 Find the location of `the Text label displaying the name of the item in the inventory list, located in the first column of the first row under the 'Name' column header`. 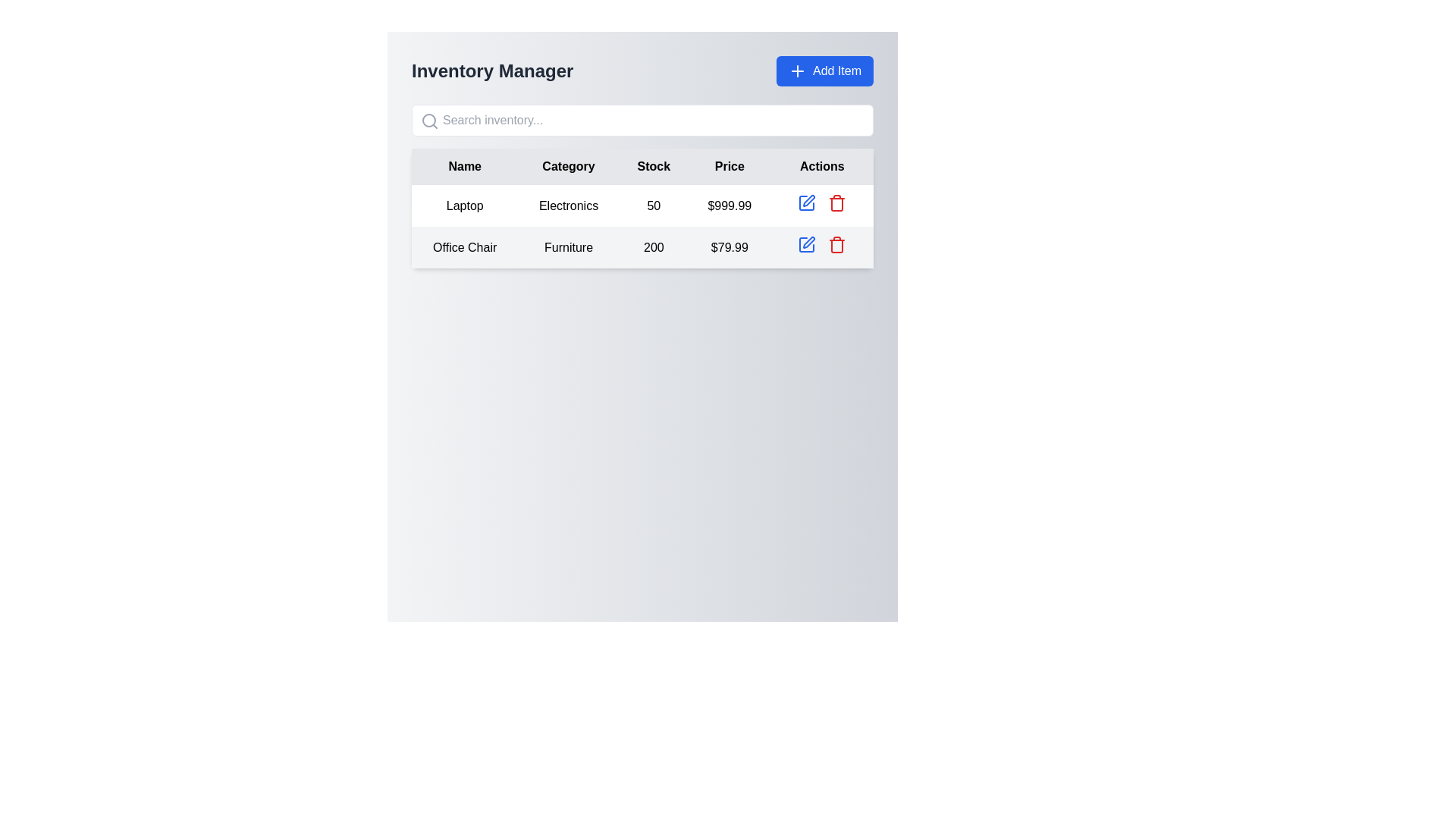

the Text label displaying the name of the item in the inventory list, located in the first column of the first row under the 'Name' column header is located at coordinates (464, 206).